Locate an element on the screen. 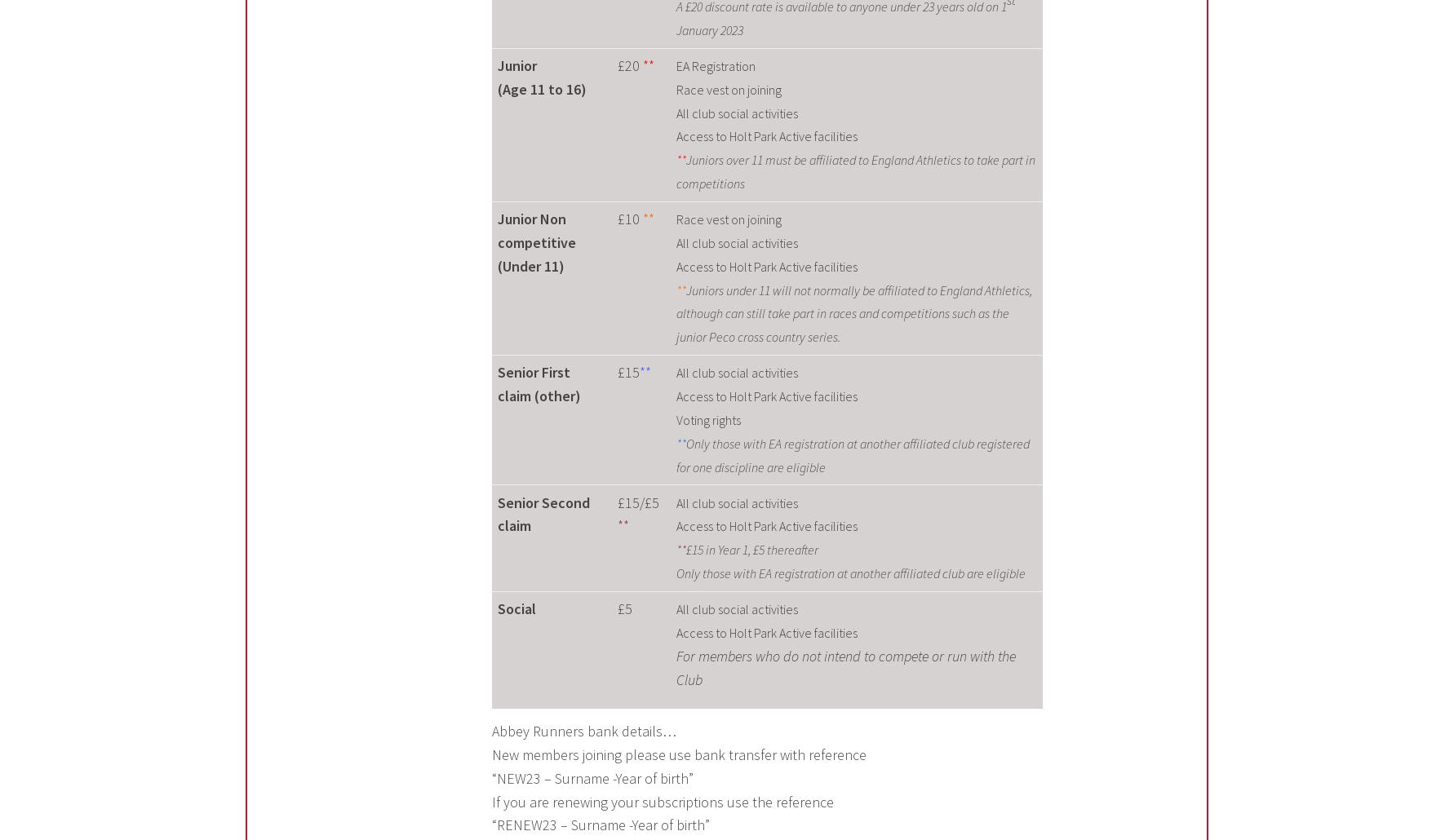 The image size is (1454, 840). 'EA Registration' is located at coordinates (714, 65).